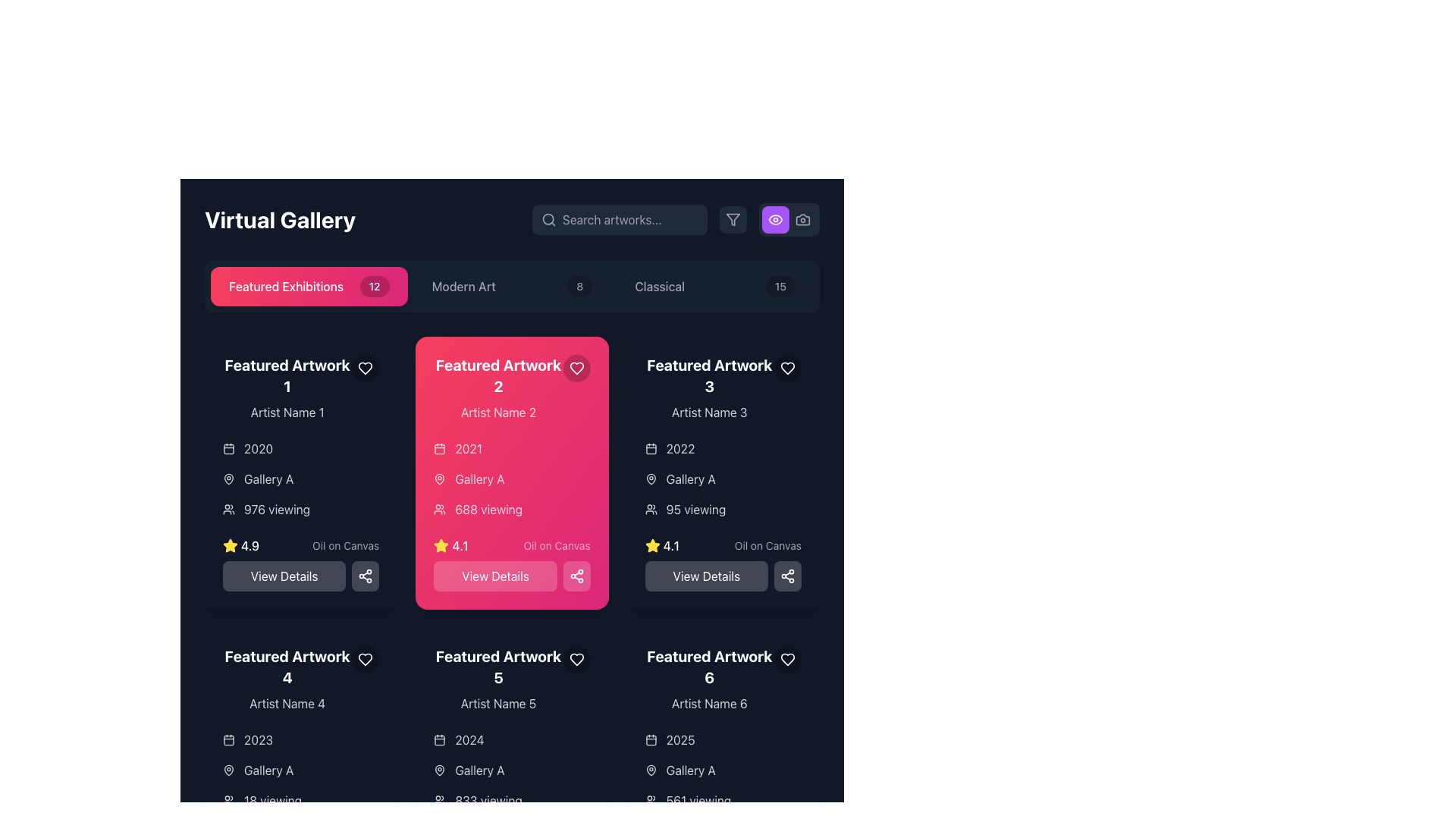 The height and width of the screenshot is (819, 1456). Describe the element at coordinates (579, 287) in the screenshot. I see `the value of the small, circular badge displaying the number '8', which is located to the right of the text 'Modern Art' within the navigation bar` at that location.